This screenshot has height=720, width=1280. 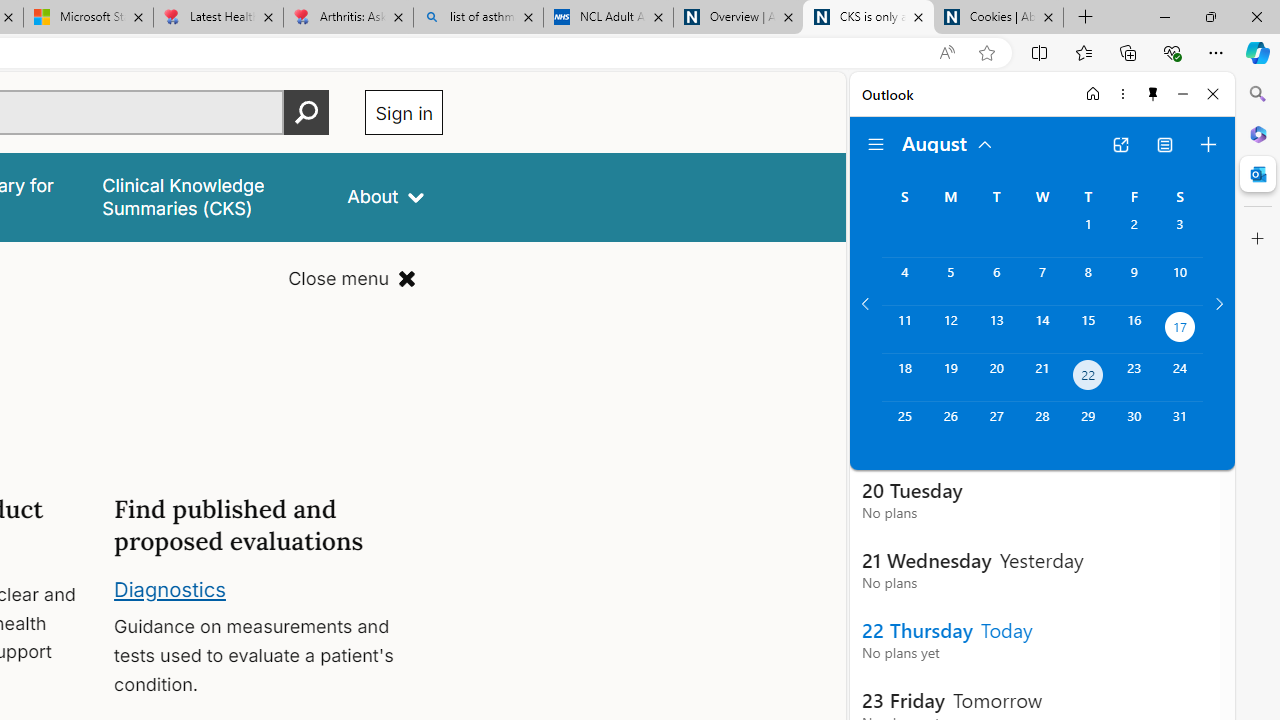 What do you see at coordinates (1180, 328) in the screenshot?
I see `'Saturday, August 17, 2024. Date selected. '` at bounding box center [1180, 328].